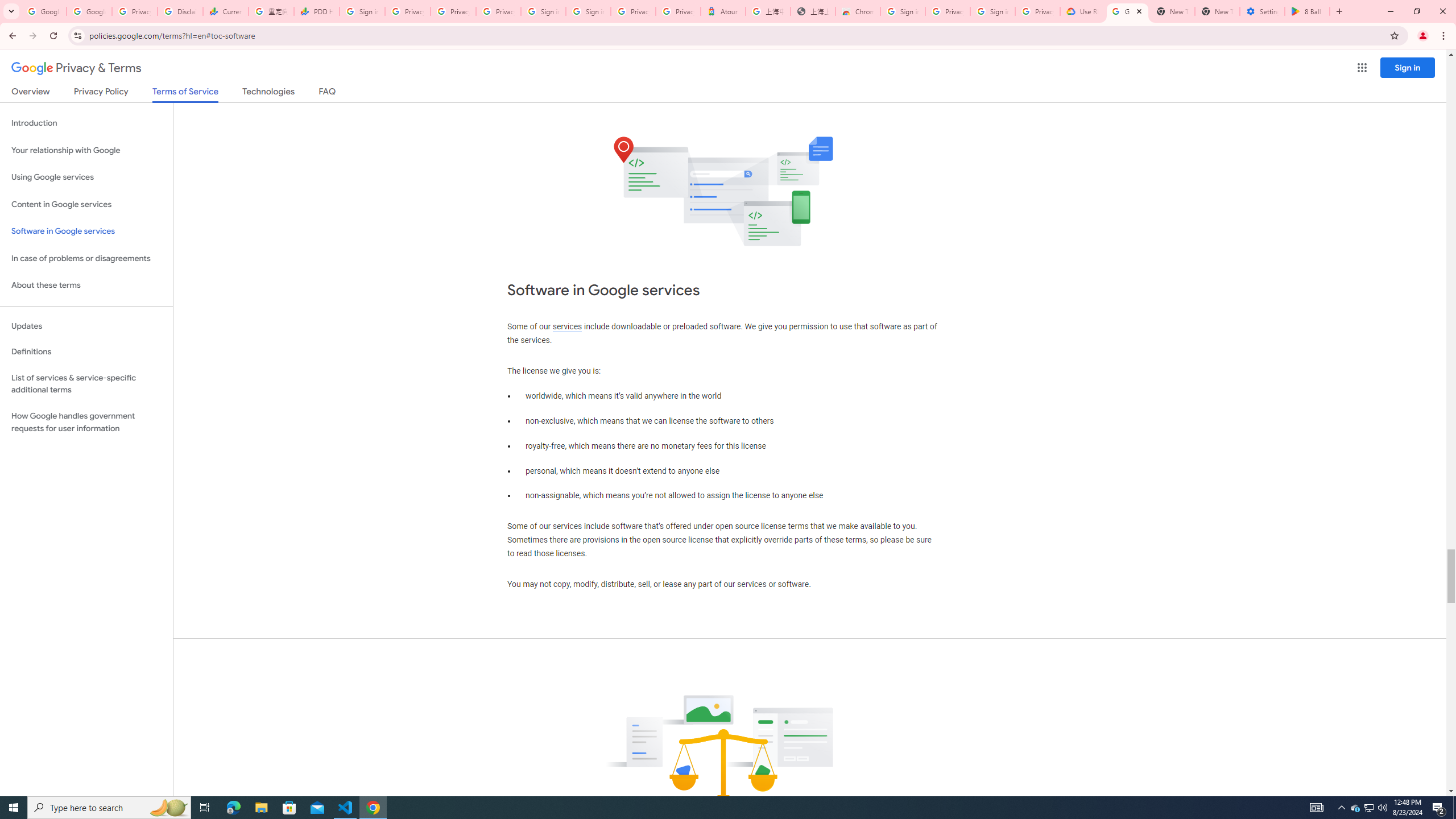 The image size is (1456, 819). I want to click on 'services', so click(566, 326).